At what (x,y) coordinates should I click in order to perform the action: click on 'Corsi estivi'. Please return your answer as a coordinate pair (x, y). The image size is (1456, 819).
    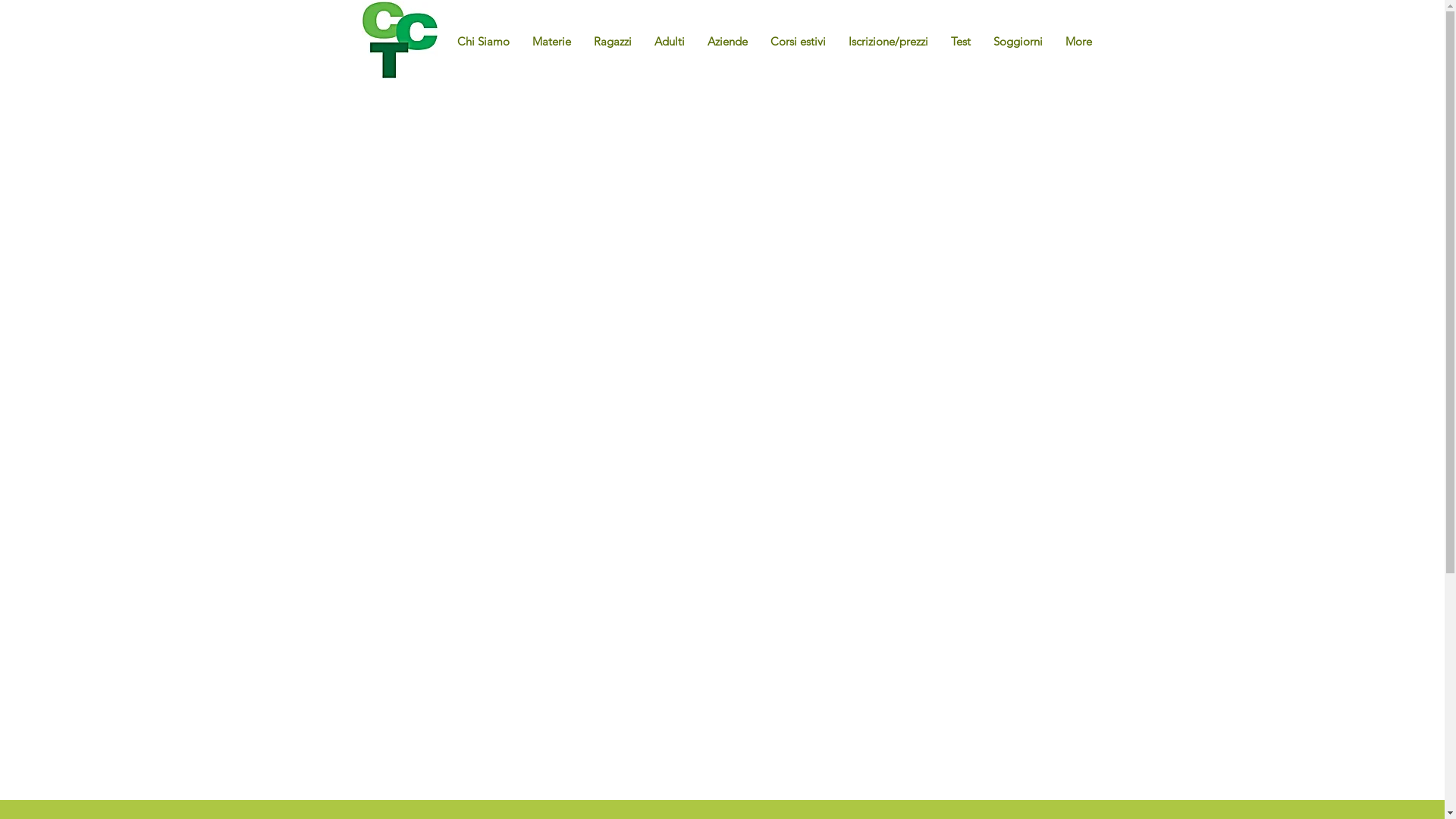
    Looking at the image, I should click on (742, 34).